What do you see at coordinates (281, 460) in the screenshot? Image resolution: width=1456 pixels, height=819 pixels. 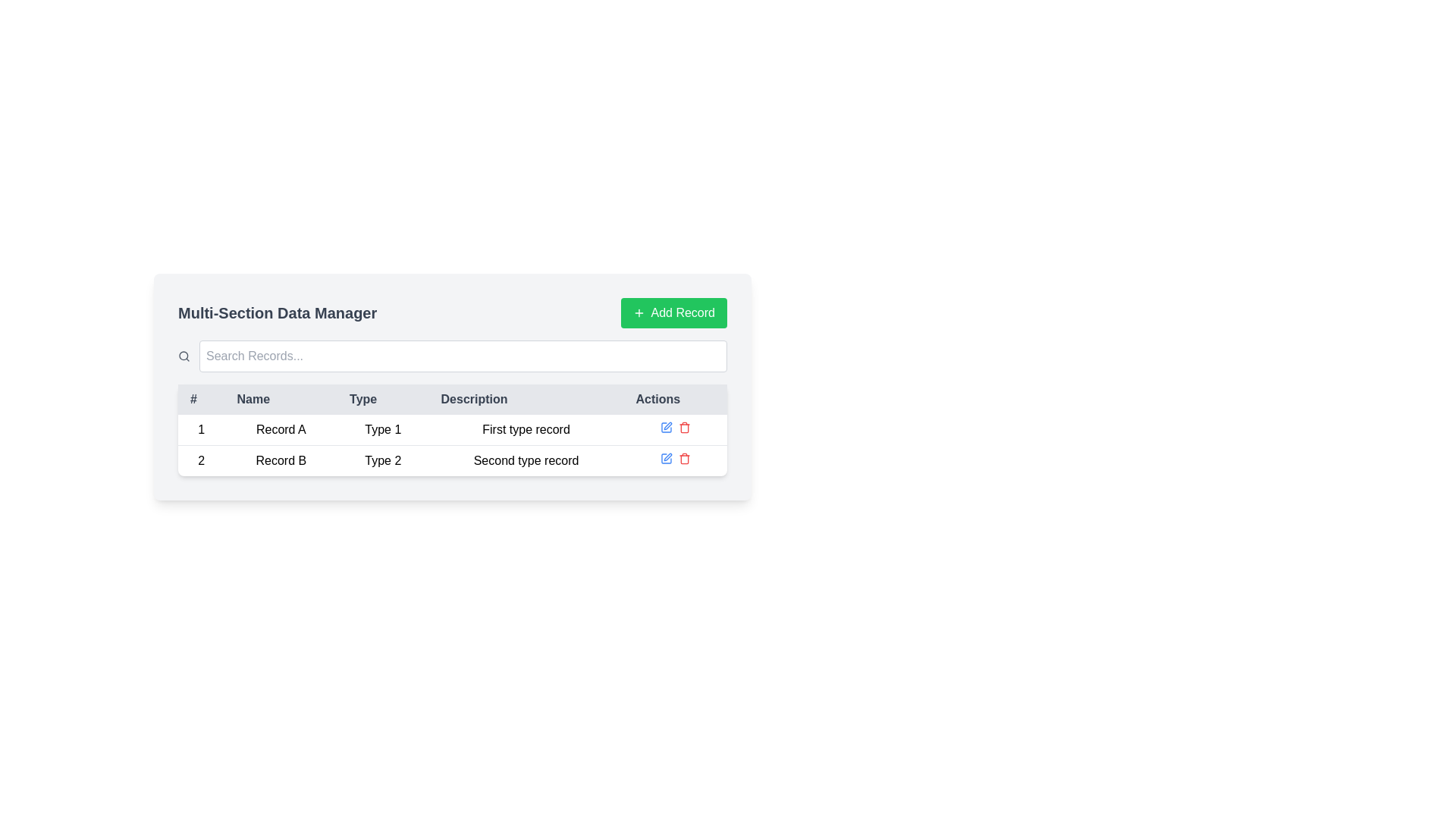 I see `the text label displaying 'Record B' located in the second row of the table, specifically in the 'Name' column` at bounding box center [281, 460].